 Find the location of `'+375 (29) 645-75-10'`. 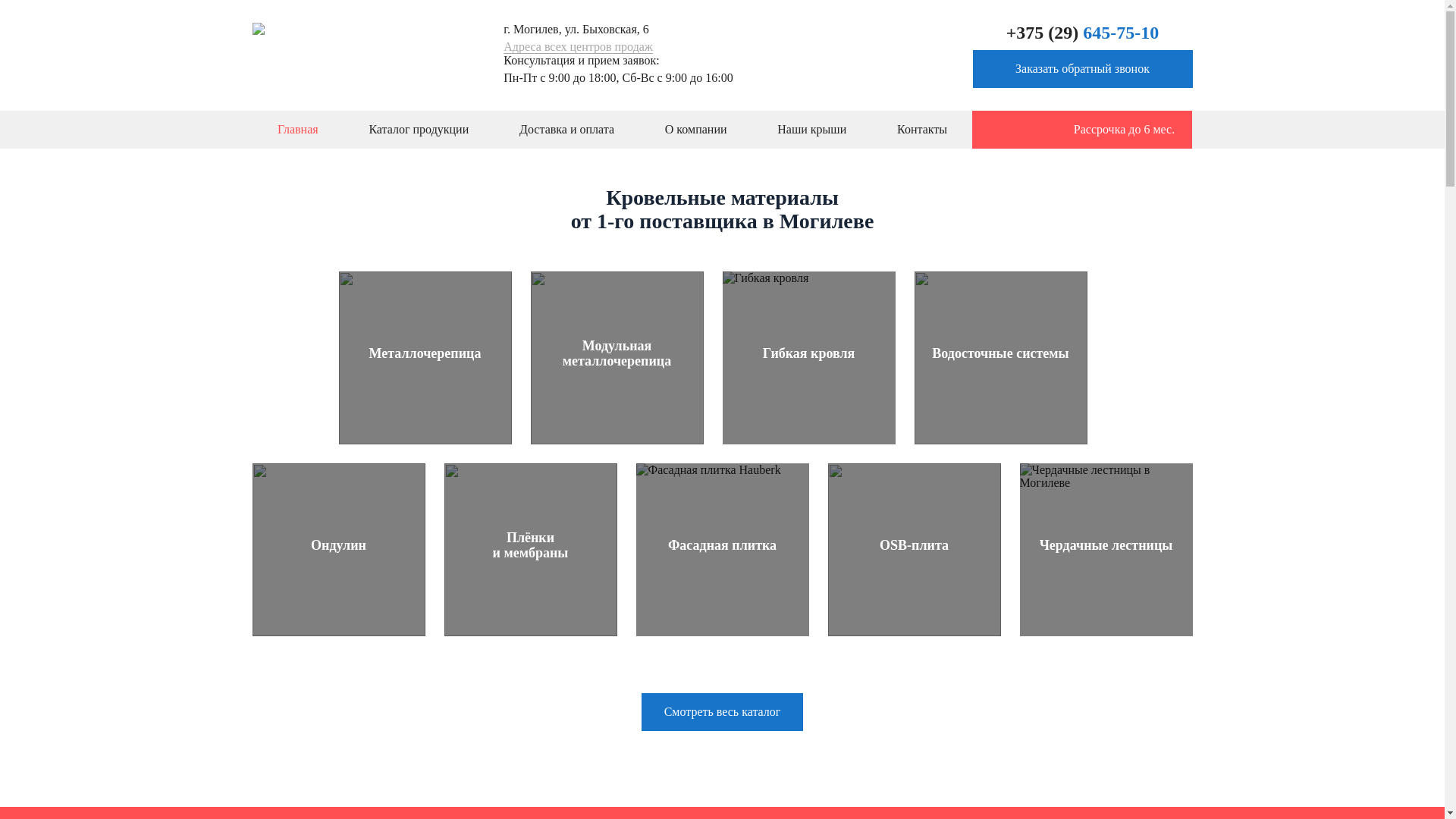

'+375 (29) 645-75-10' is located at coordinates (1082, 32).